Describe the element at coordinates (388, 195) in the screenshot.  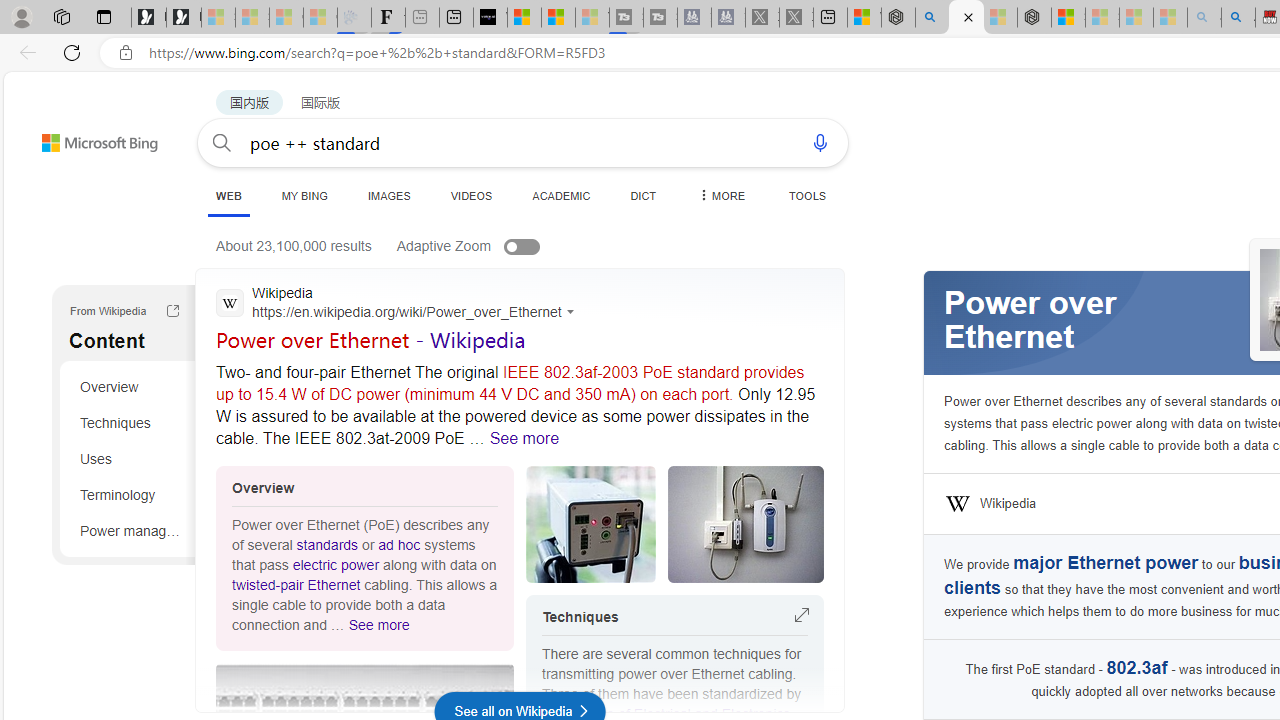
I see `'IMAGES'` at that location.